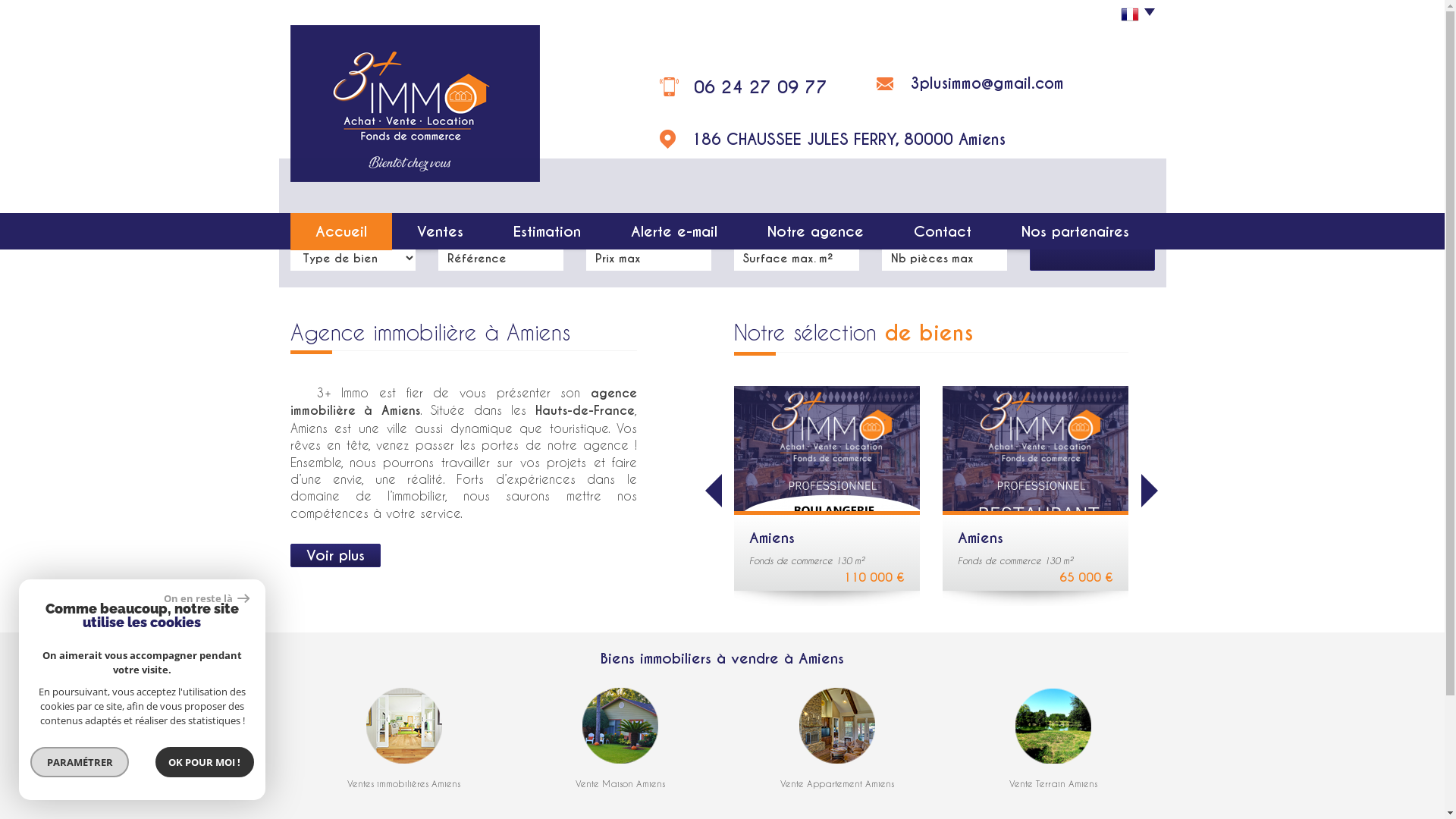 The height and width of the screenshot is (819, 1456). What do you see at coordinates (673, 231) in the screenshot?
I see `'Alerte e-mail'` at bounding box center [673, 231].